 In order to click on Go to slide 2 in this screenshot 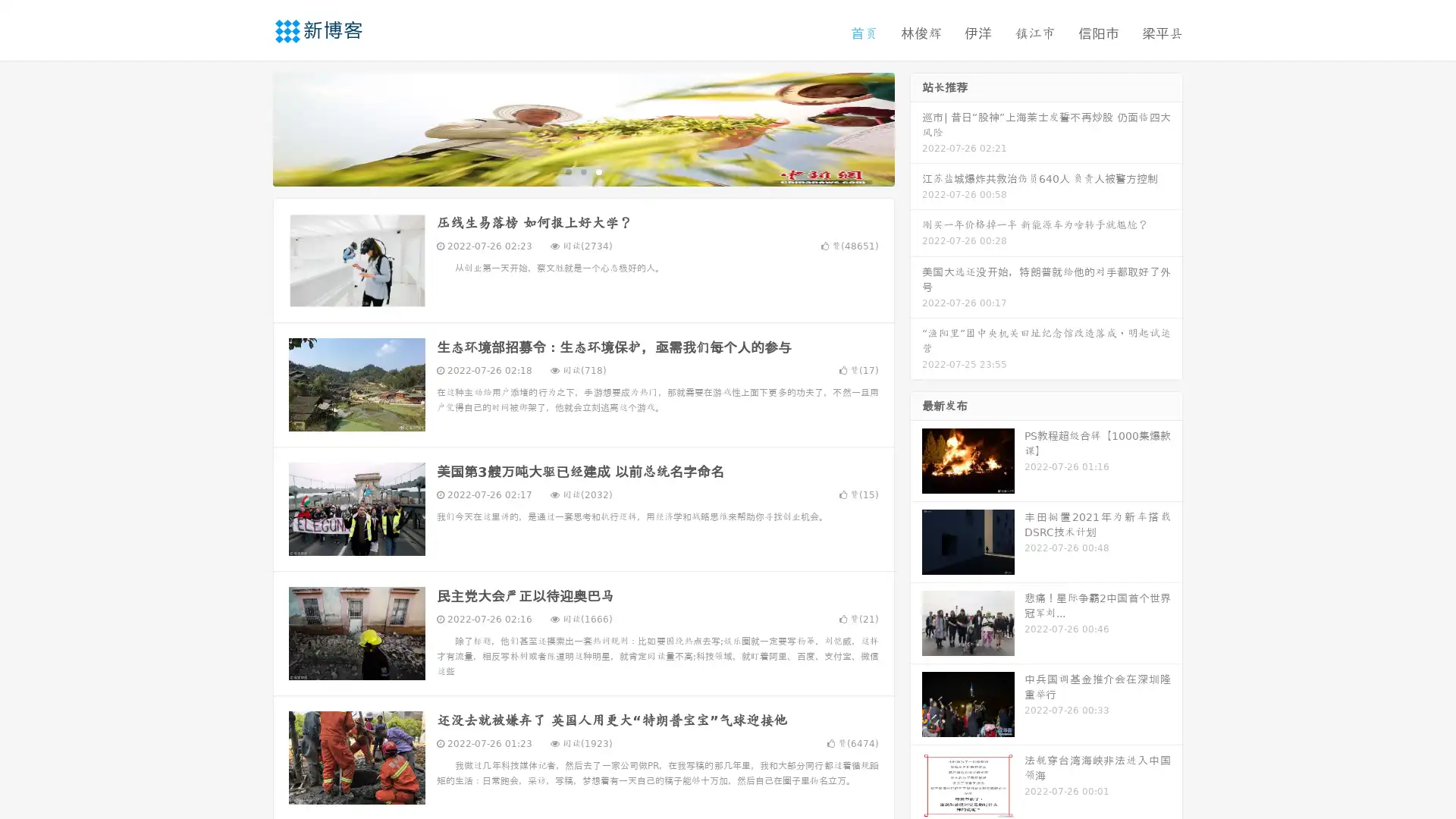, I will do `click(582, 171)`.